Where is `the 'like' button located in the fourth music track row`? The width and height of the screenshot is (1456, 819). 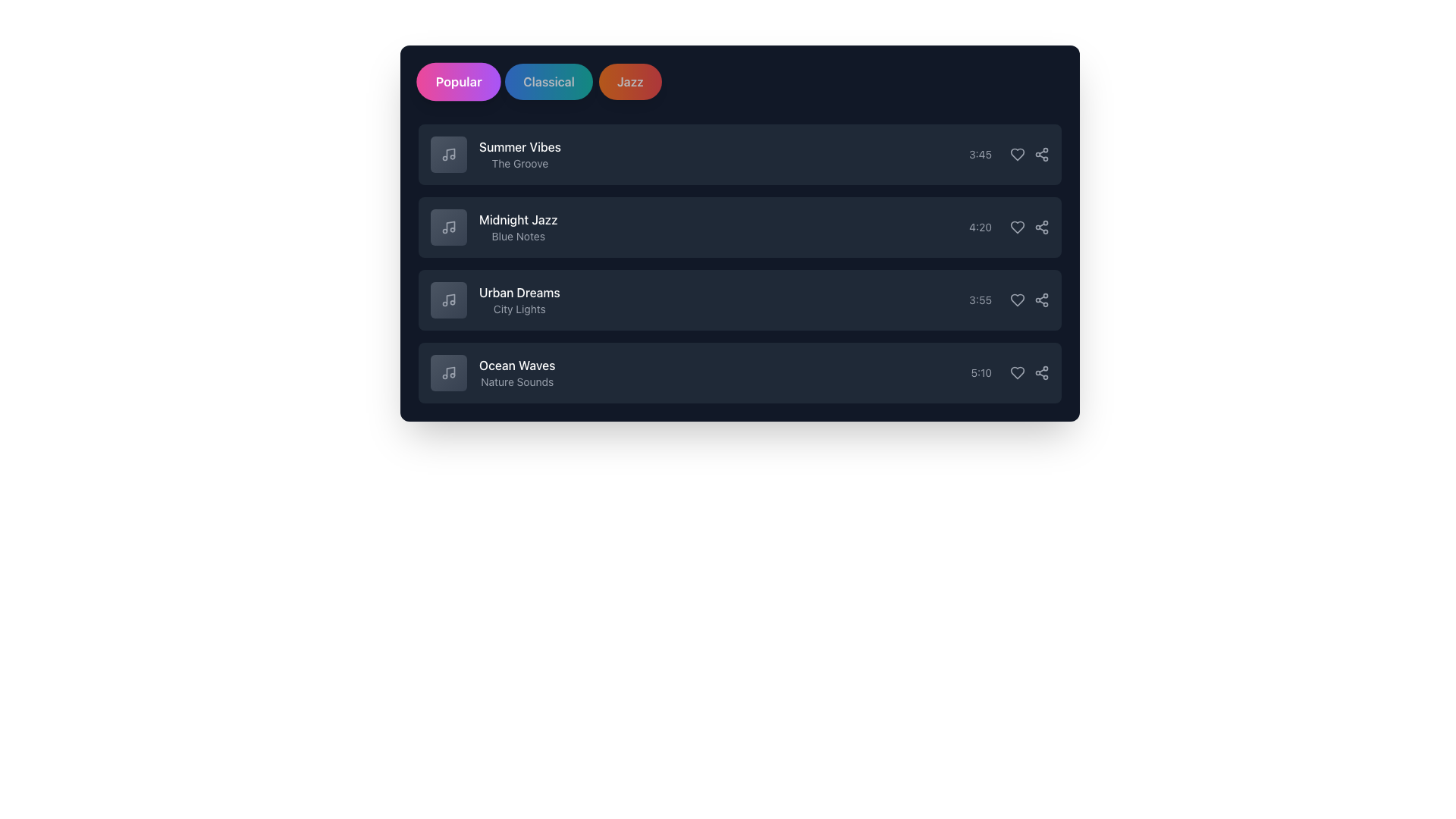
the 'like' button located in the fourth music track row is located at coordinates (1018, 373).